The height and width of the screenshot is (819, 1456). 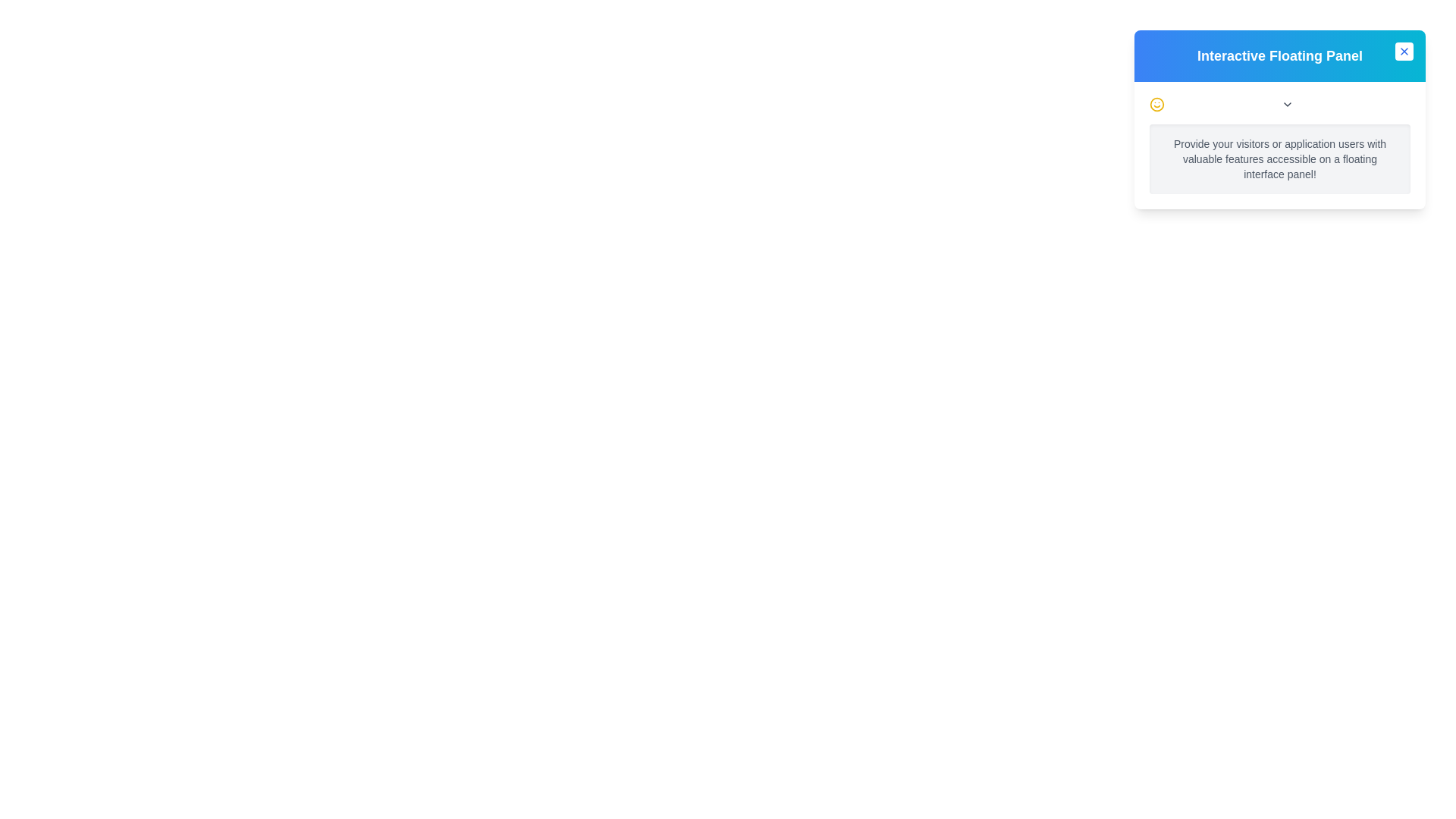 I want to click on the close button located at the top-right corner of the 'Interactive Floating Panel', so click(x=1404, y=51).